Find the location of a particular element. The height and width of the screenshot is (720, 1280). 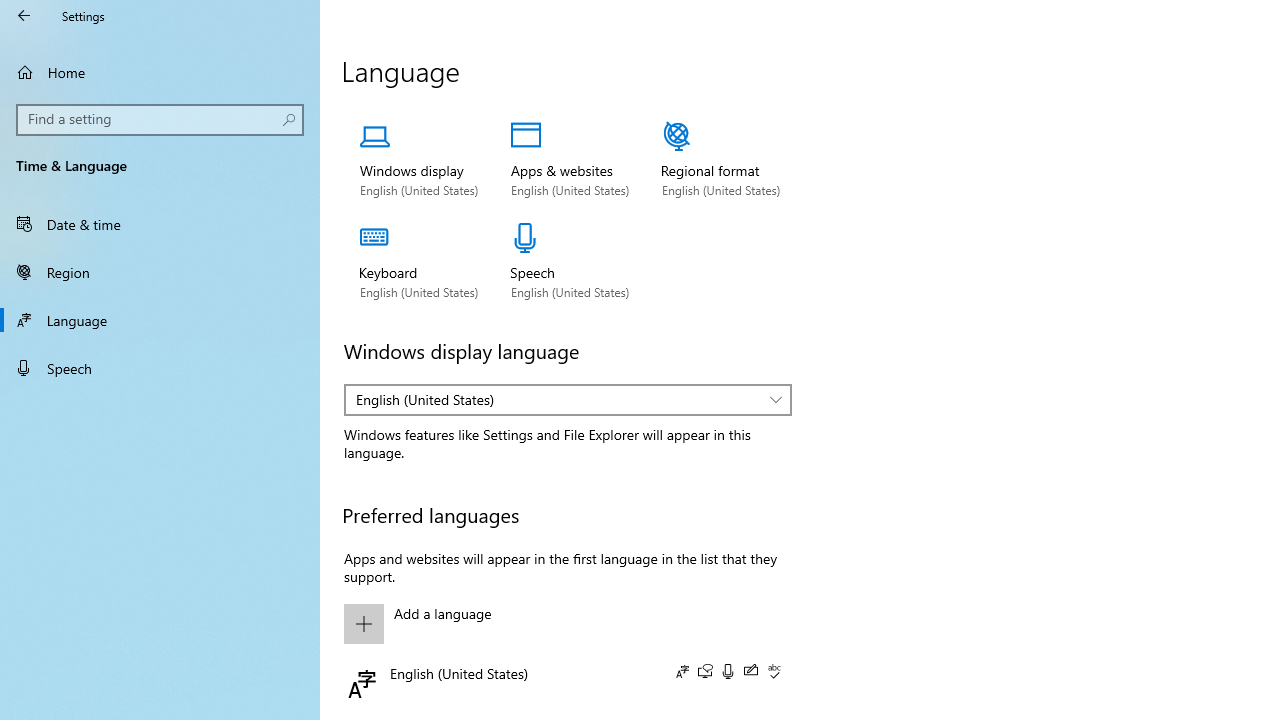

'Windows display language' is located at coordinates (567, 399).